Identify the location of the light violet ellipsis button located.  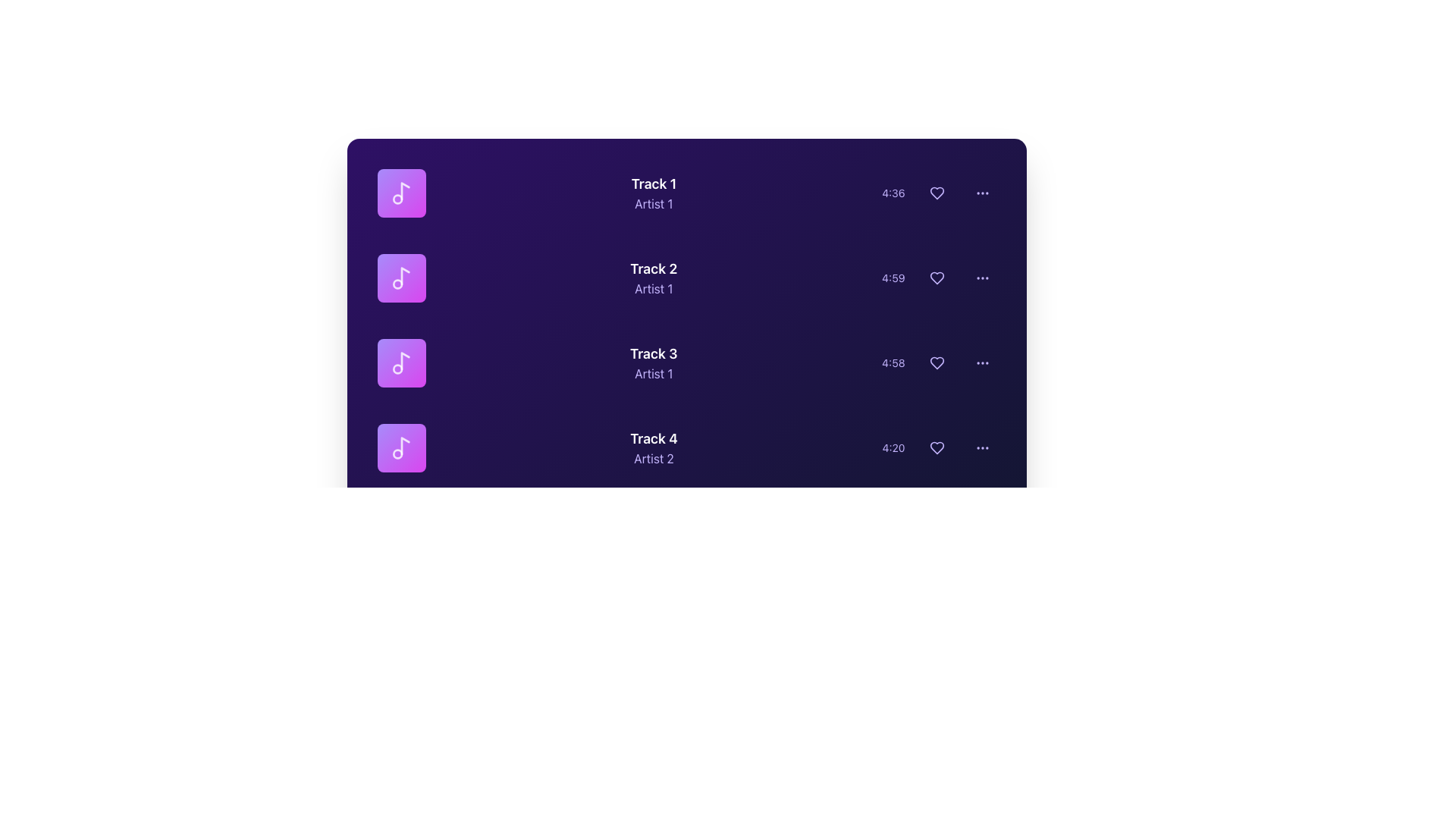
(982, 192).